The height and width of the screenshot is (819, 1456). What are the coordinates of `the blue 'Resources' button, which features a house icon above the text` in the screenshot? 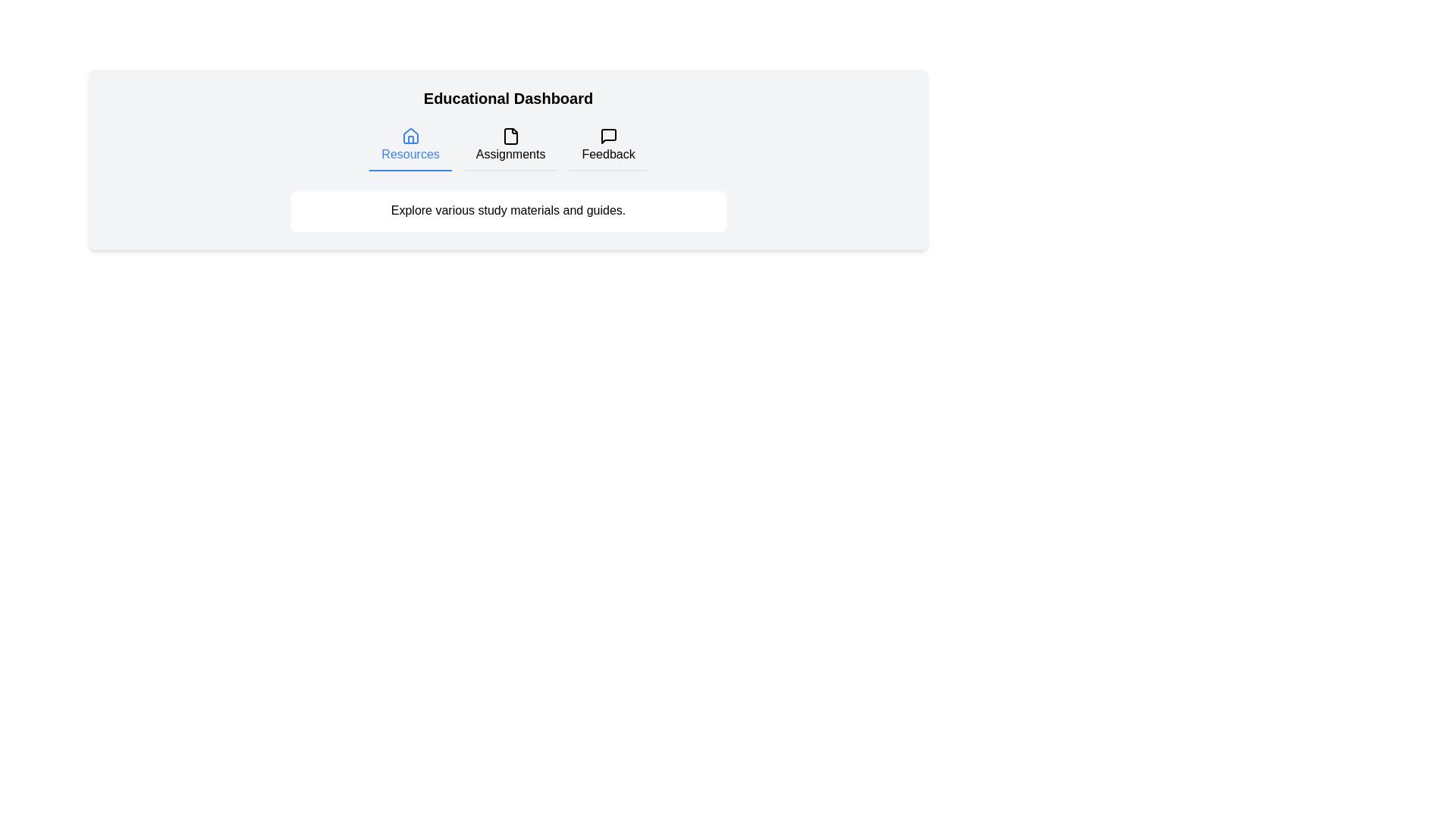 It's located at (410, 146).